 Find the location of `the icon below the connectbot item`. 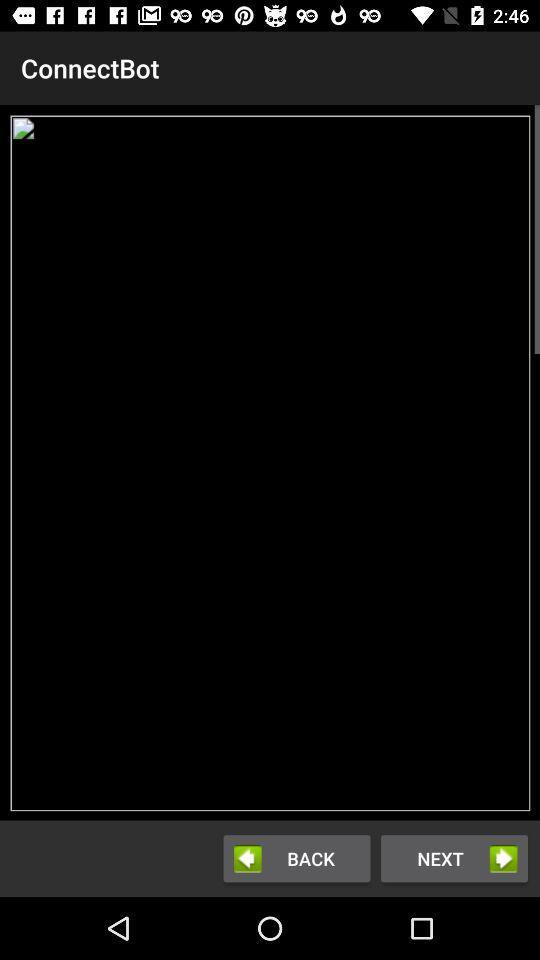

the icon below the connectbot item is located at coordinates (270, 462).